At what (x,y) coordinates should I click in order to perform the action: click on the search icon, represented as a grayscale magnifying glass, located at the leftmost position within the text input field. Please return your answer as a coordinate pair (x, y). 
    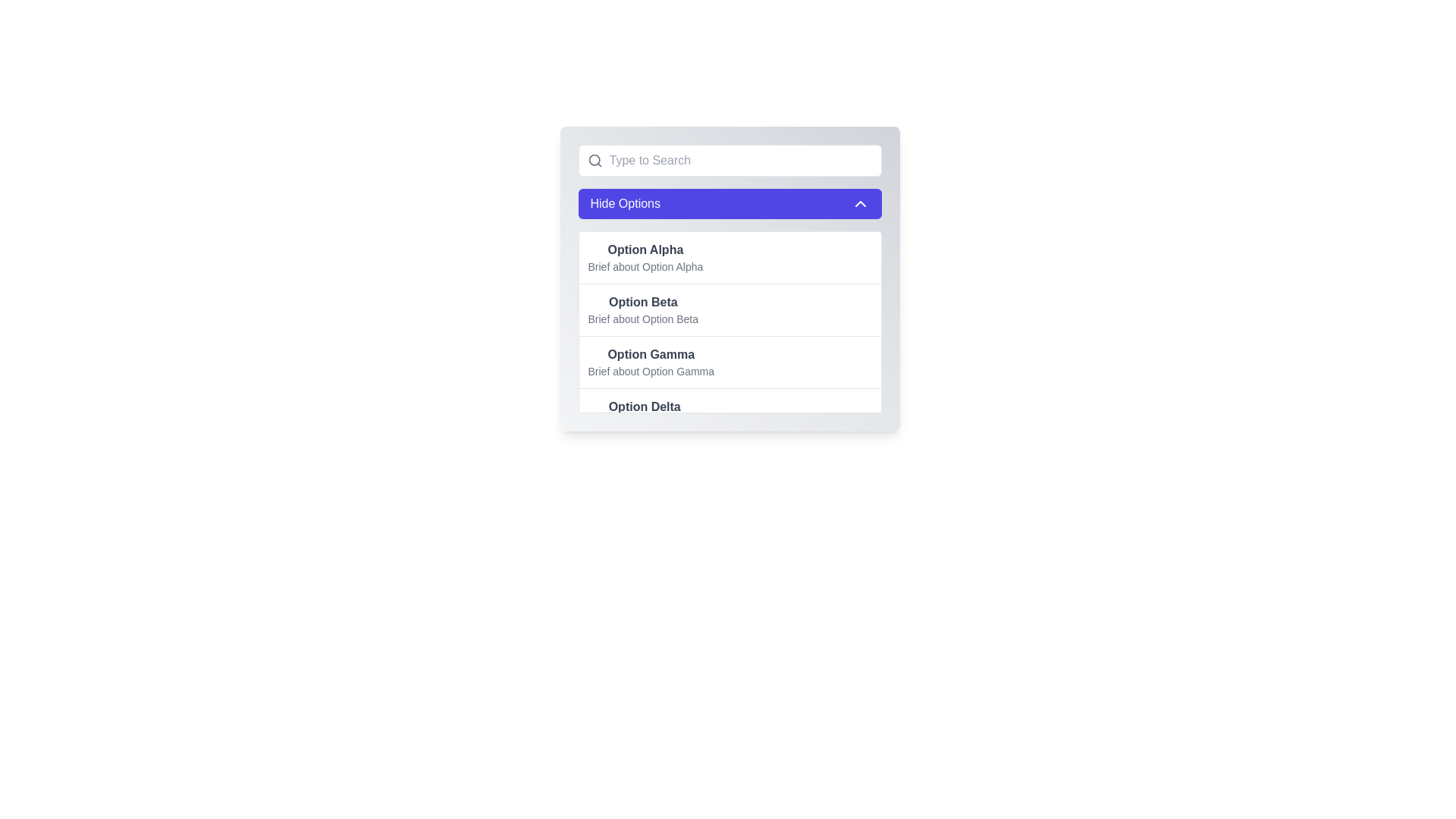
    Looking at the image, I should click on (594, 161).